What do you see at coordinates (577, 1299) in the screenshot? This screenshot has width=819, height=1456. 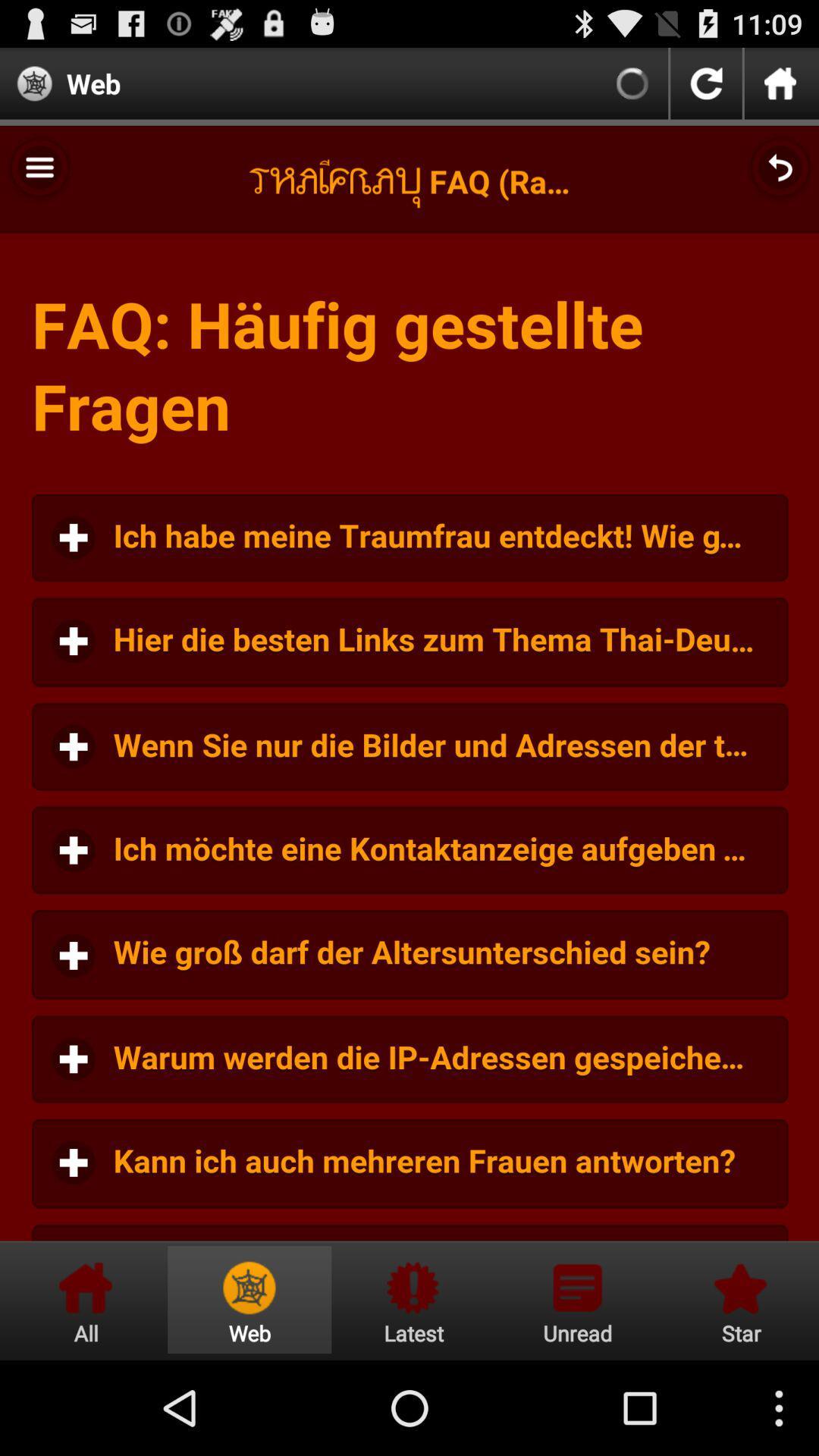 I see `unread` at bounding box center [577, 1299].